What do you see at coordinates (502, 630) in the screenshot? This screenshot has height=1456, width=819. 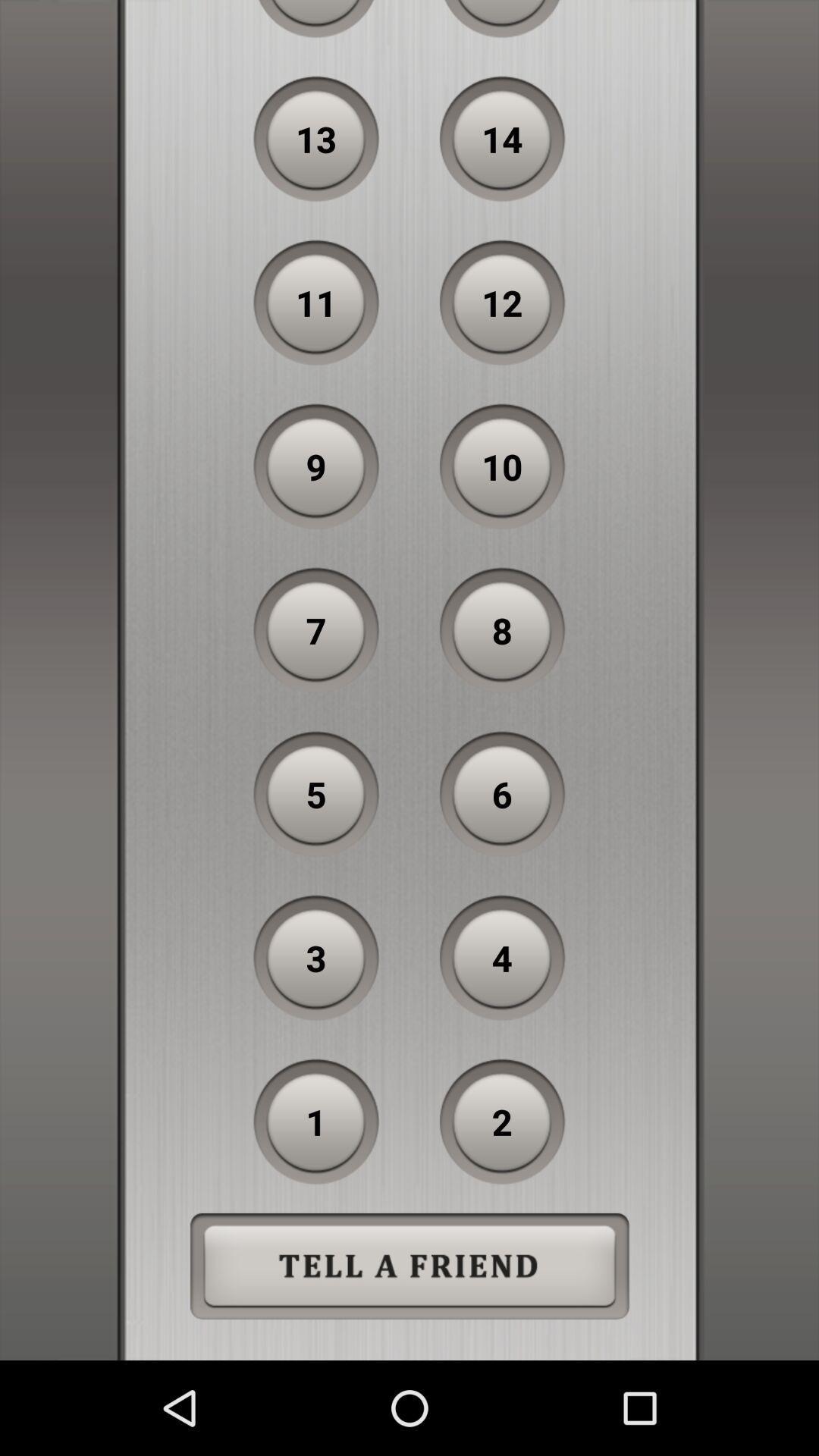 I see `the 8 item` at bounding box center [502, 630].